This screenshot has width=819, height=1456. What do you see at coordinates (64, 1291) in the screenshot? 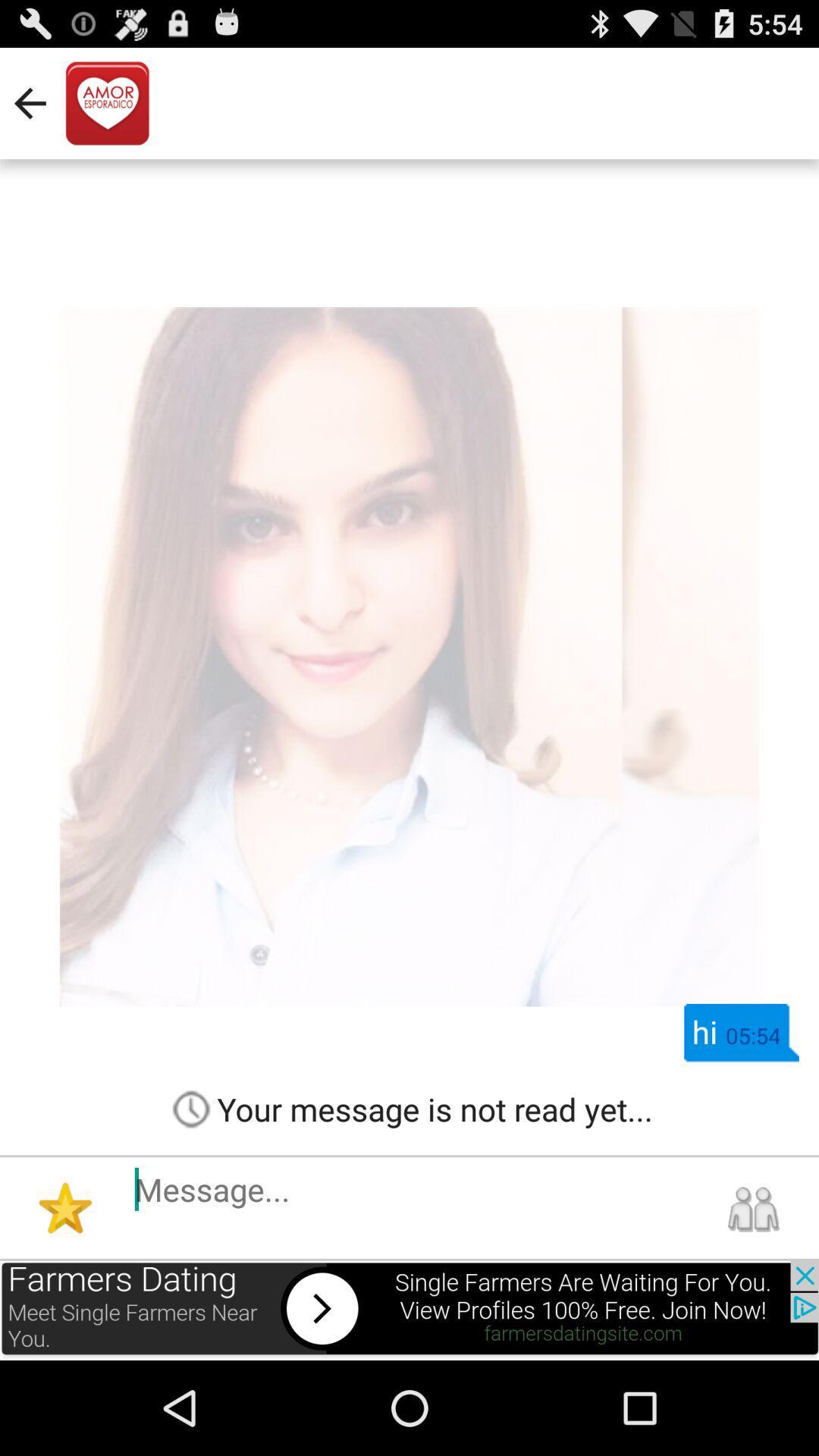
I see `the star icon` at bounding box center [64, 1291].